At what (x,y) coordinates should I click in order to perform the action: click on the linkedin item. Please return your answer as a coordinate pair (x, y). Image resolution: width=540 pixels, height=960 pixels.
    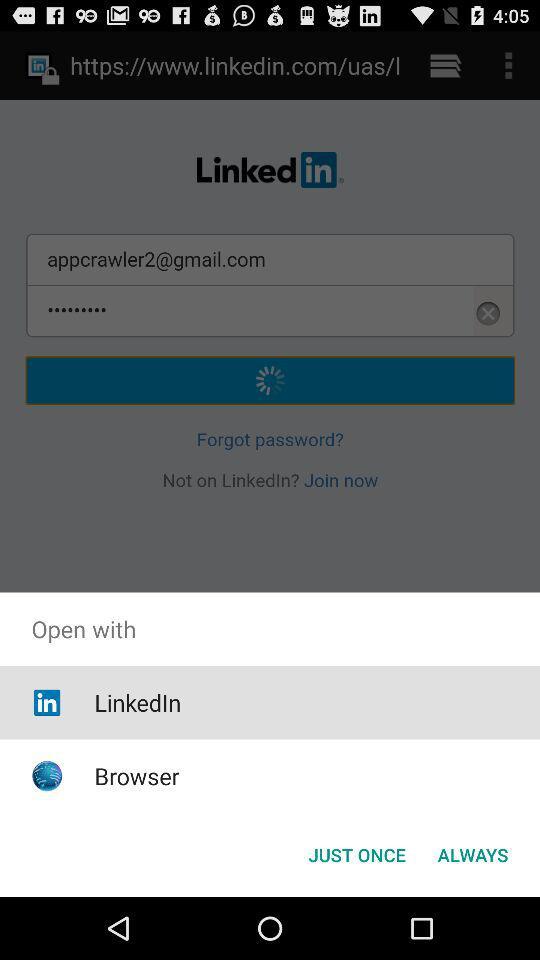
    Looking at the image, I should click on (136, 702).